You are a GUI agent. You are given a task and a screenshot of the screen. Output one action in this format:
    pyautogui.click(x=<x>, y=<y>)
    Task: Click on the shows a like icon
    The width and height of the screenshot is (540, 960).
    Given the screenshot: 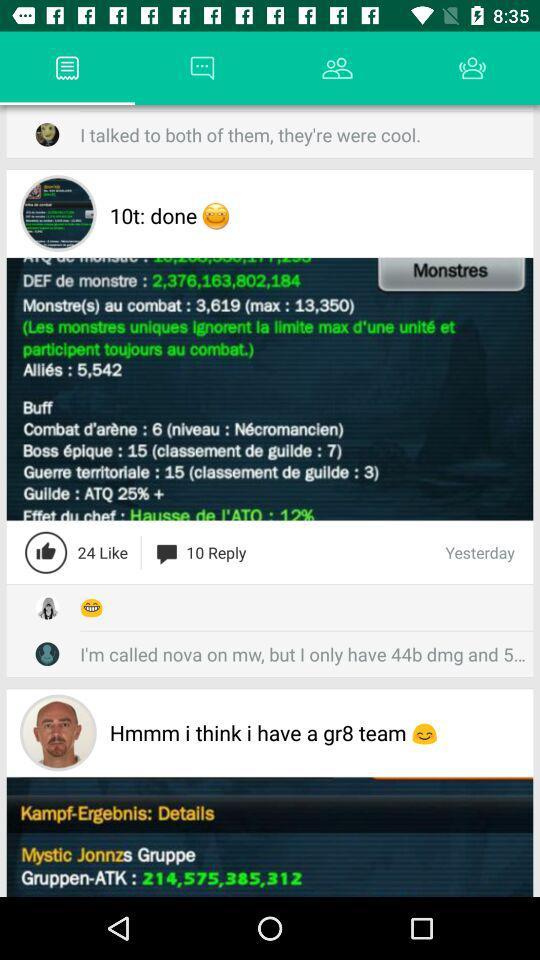 What is the action you would take?
    pyautogui.click(x=46, y=552)
    